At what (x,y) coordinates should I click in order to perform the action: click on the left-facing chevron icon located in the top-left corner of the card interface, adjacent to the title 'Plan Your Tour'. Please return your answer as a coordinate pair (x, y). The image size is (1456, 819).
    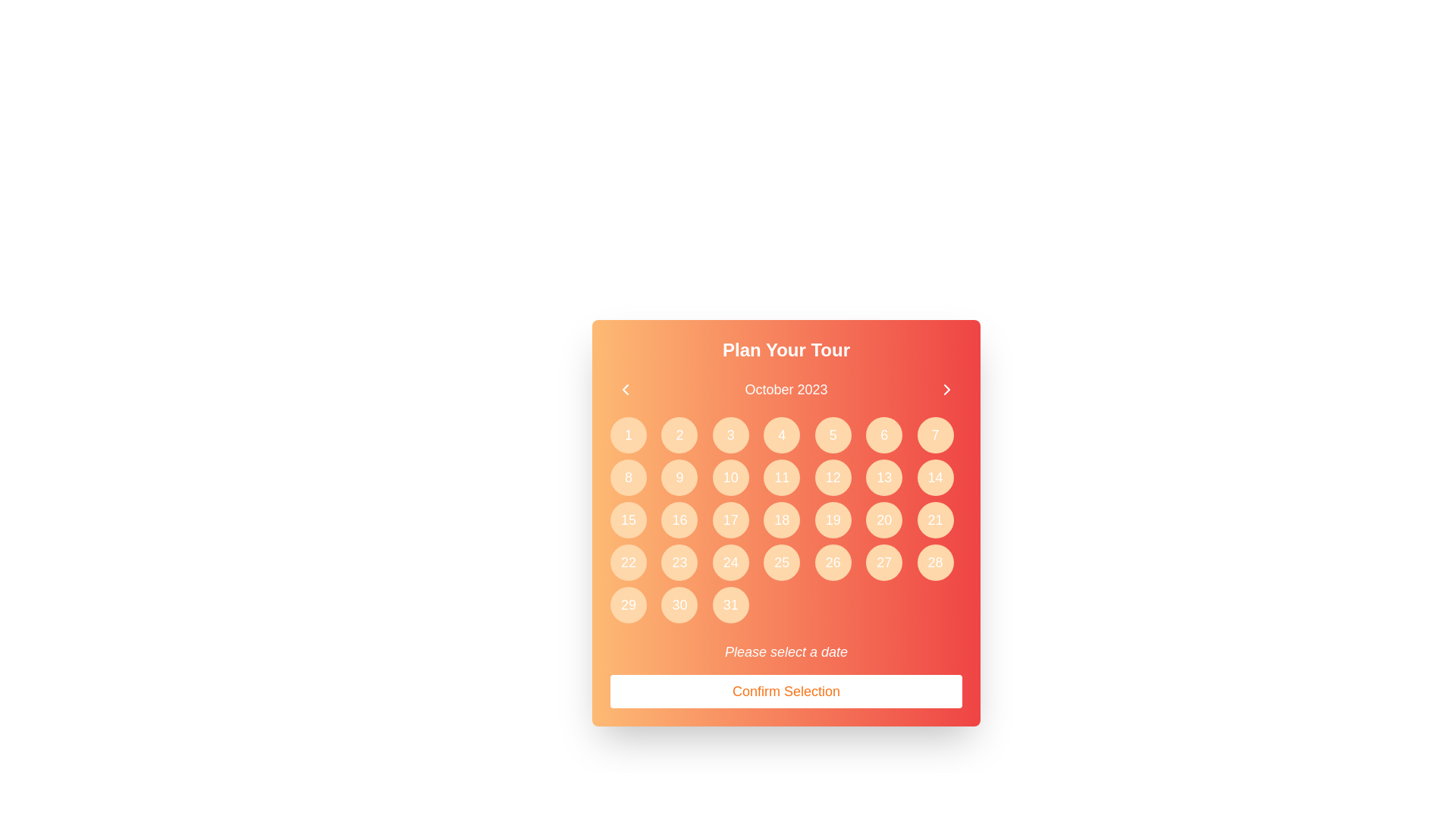
    Looking at the image, I should click on (626, 388).